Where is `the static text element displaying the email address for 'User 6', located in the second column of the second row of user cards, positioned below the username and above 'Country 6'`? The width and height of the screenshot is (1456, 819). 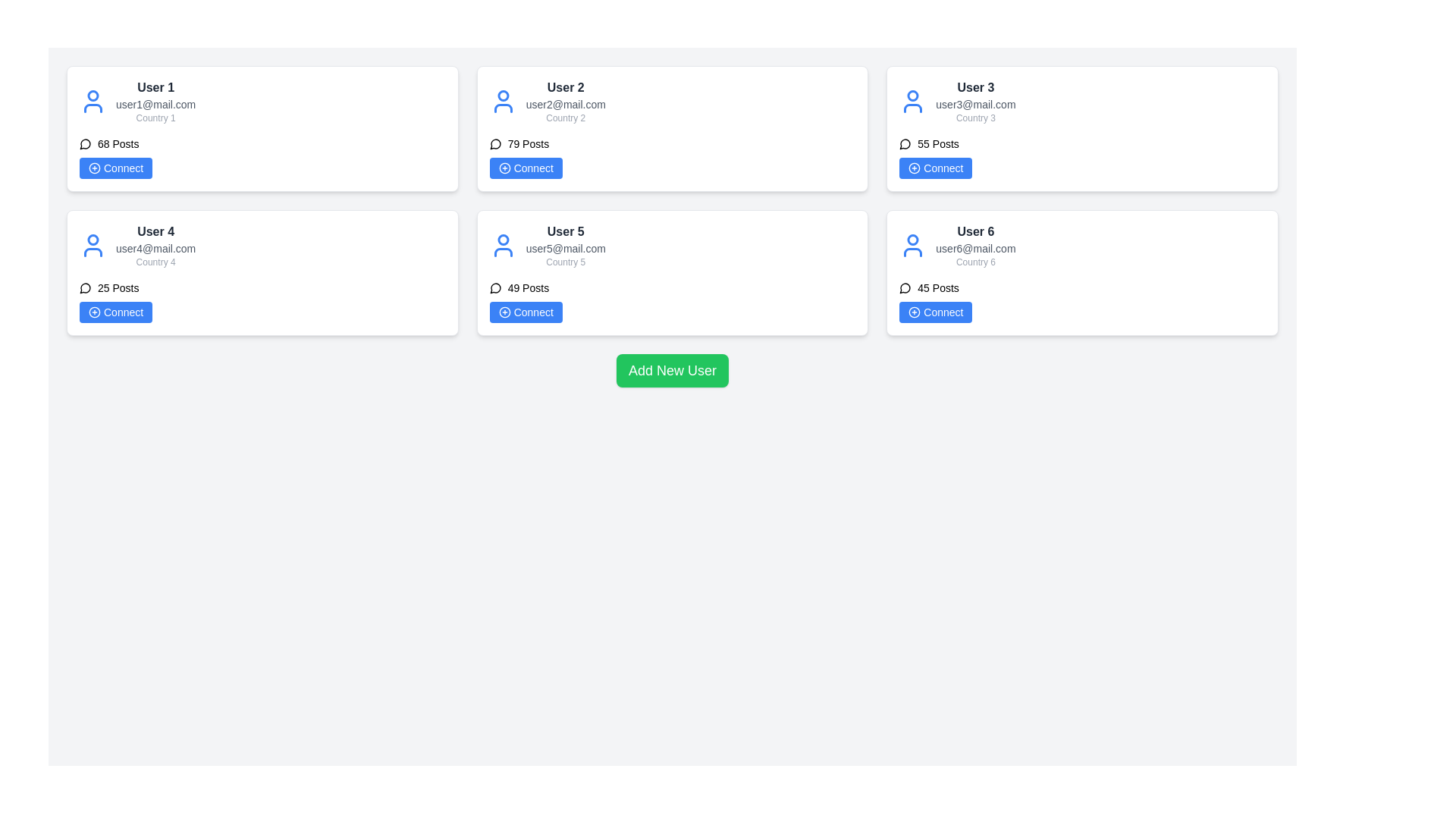
the static text element displaying the email address for 'User 6', located in the second column of the second row of user cards, positioned below the username and above 'Country 6' is located at coordinates (975, 247).